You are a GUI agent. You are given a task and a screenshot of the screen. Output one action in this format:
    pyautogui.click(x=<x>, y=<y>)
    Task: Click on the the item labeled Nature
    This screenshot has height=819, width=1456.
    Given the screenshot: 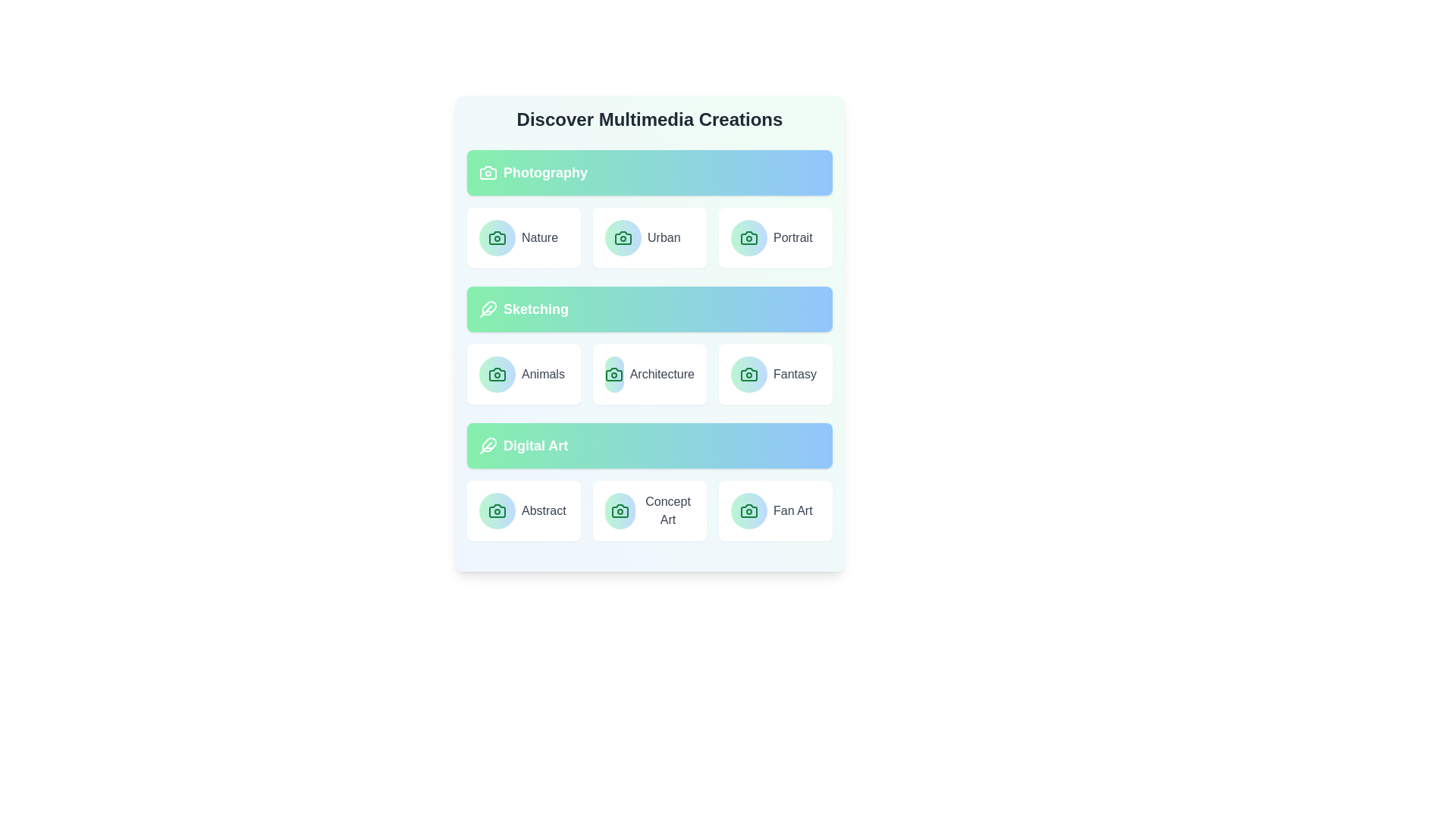 What is the action you would take?
    pyautogui.click(x=524, y=237)
    